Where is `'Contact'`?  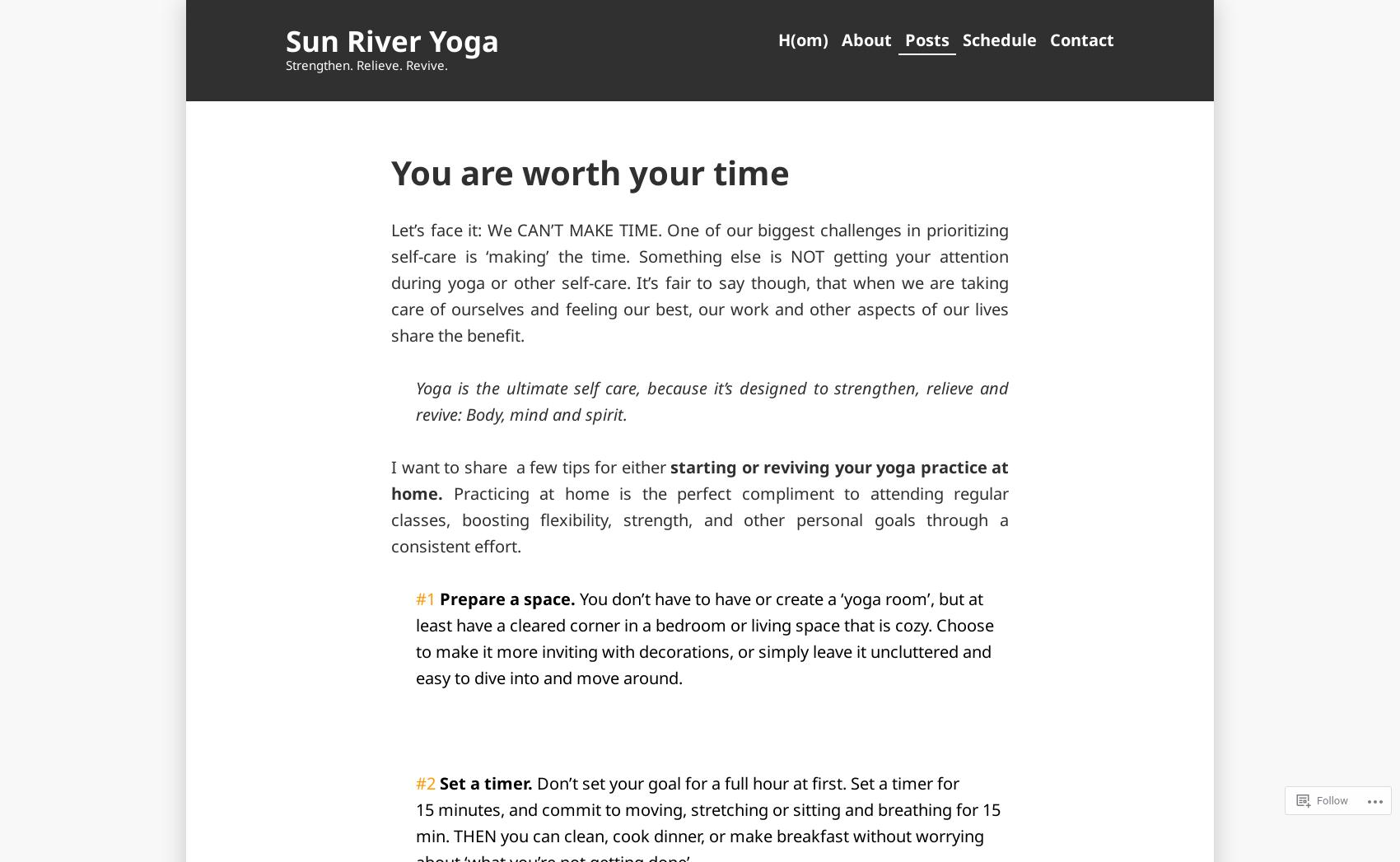
'Contact' is located at coordinates (1081, 39).